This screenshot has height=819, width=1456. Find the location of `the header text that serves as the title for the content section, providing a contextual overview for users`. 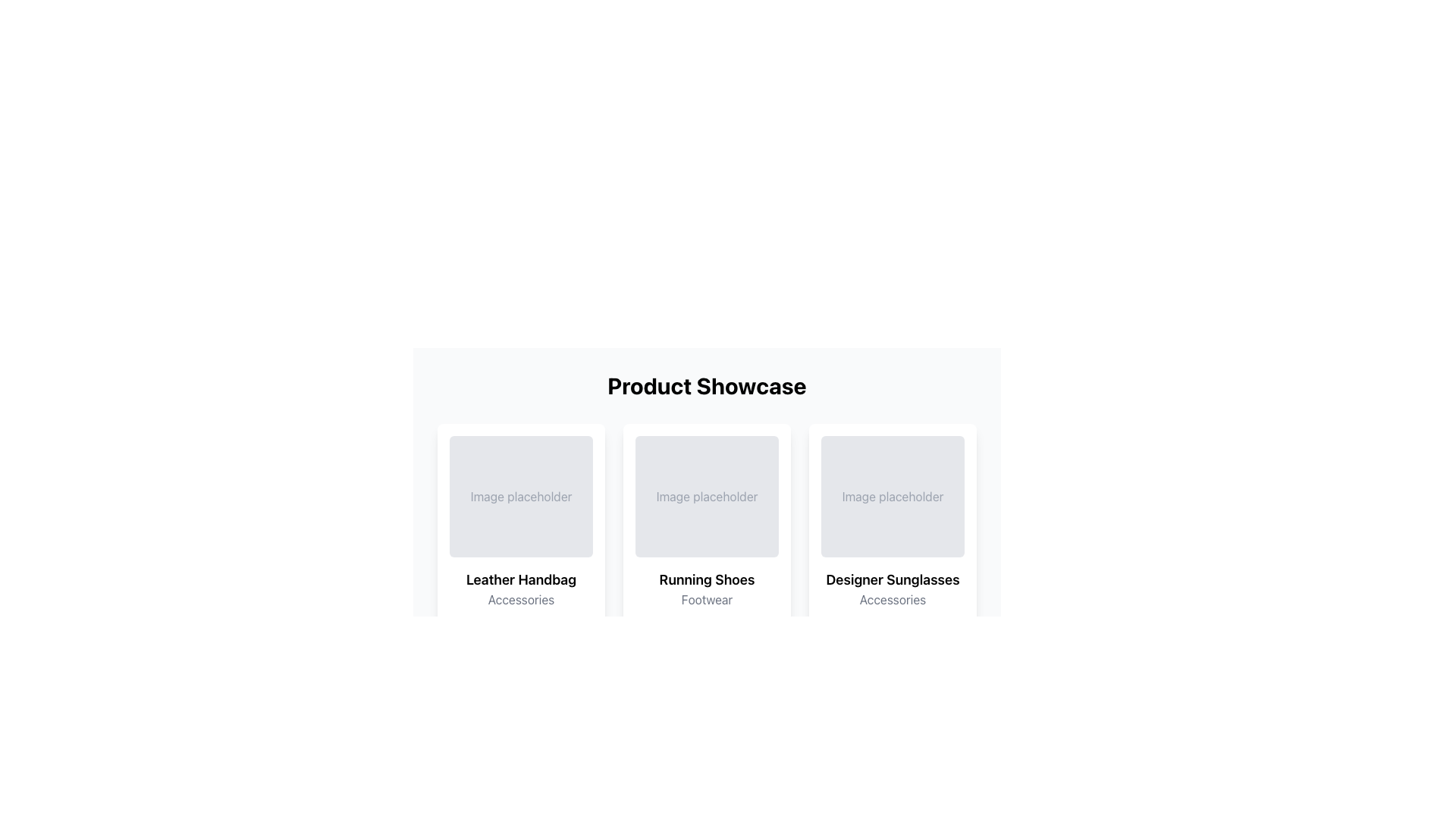

the header text that serves as the title for the content section, providing a contextual overview for users is located at coordinates (706, 385).